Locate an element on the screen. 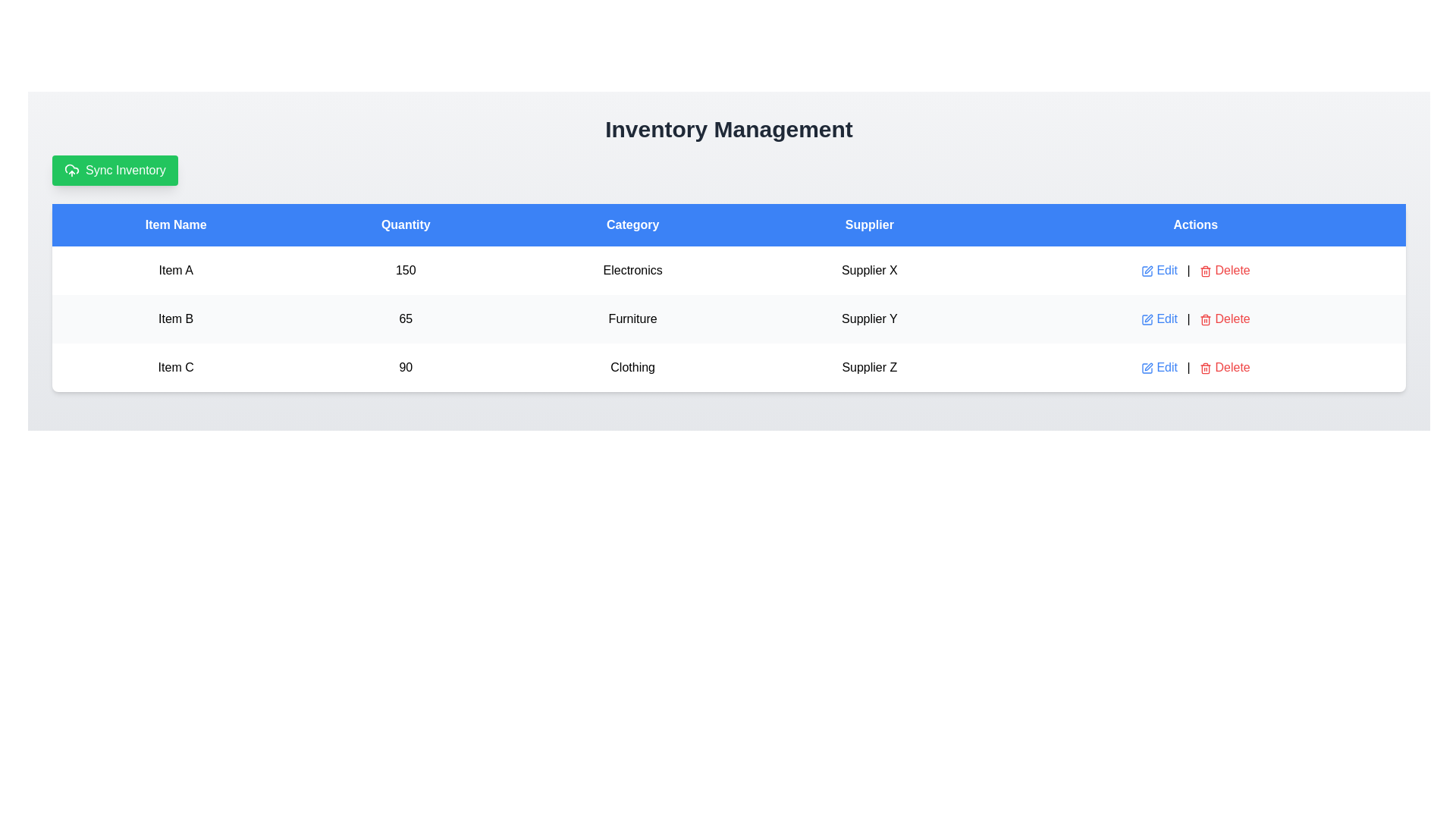 The image size is (1456, 819). the hyperlink for 'Item C' in the 'Actions' column of the table is located at coordinates (1158, 368).